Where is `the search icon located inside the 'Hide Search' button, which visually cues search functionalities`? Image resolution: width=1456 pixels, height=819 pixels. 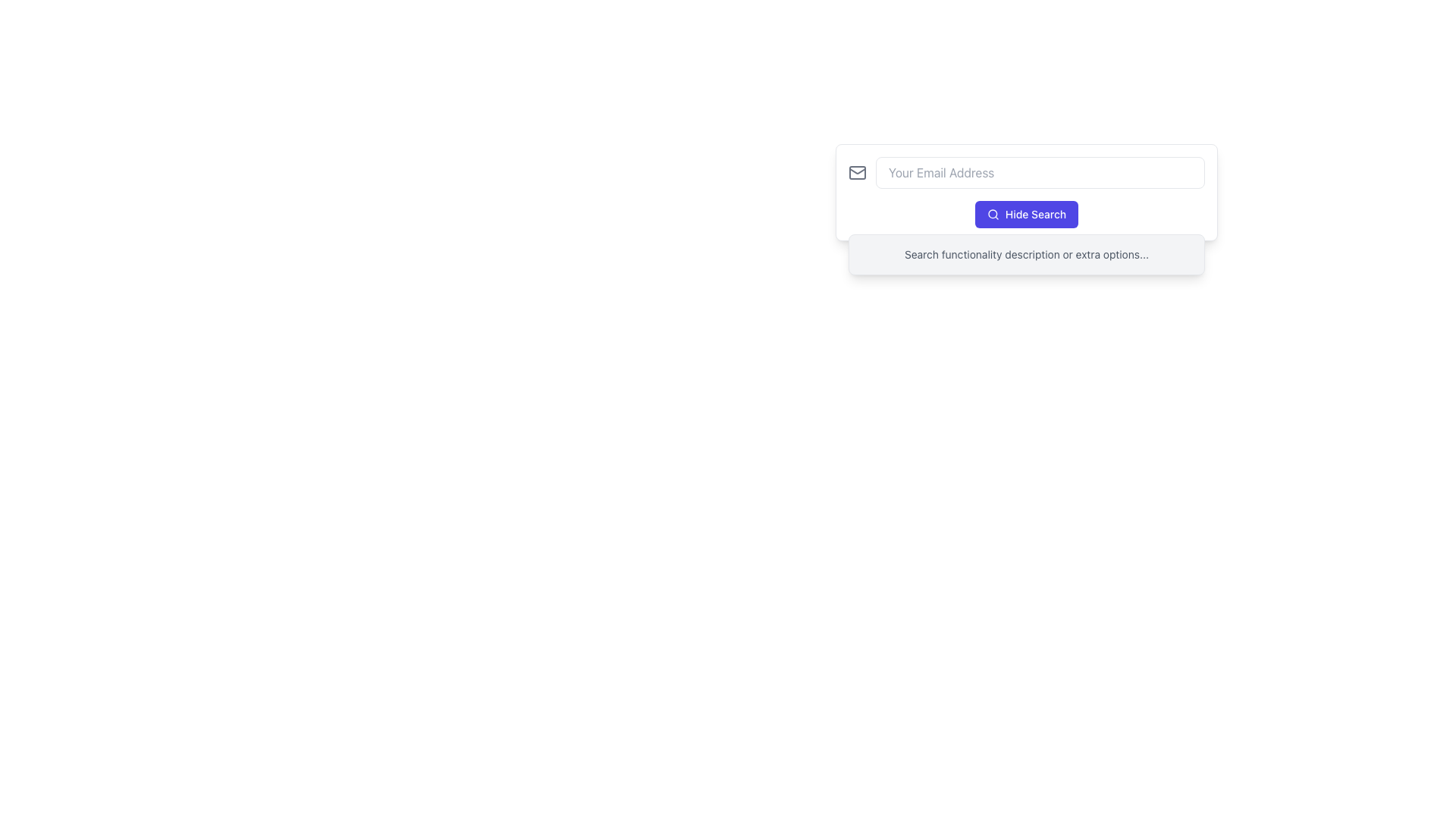
the search icon located inside the 'Hide Search' button, which visually cues search functionalities is located at coordinates (993, 214).